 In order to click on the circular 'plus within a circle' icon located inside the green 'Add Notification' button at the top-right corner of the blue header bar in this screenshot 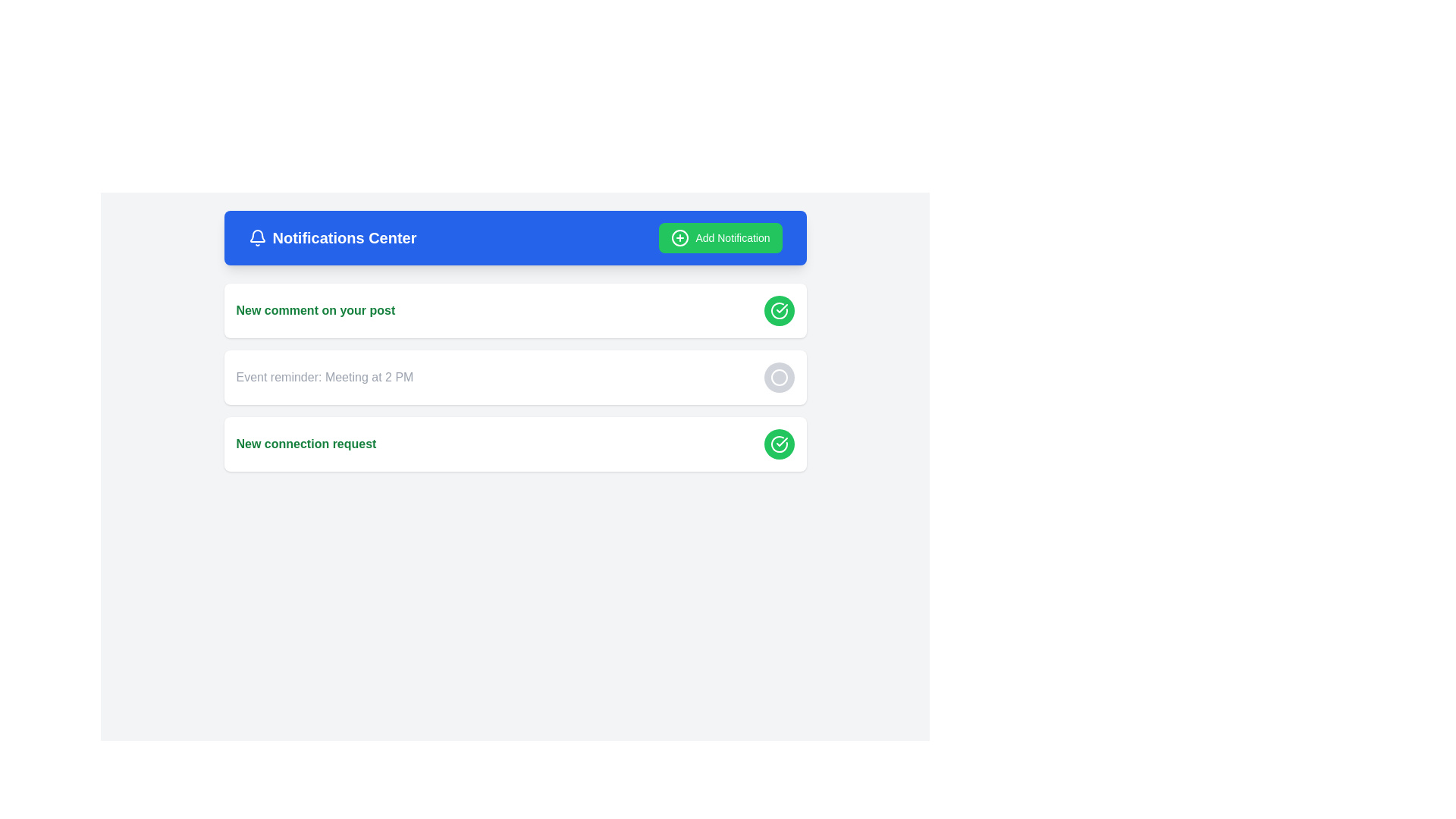, I will do `click(679, 237)`.